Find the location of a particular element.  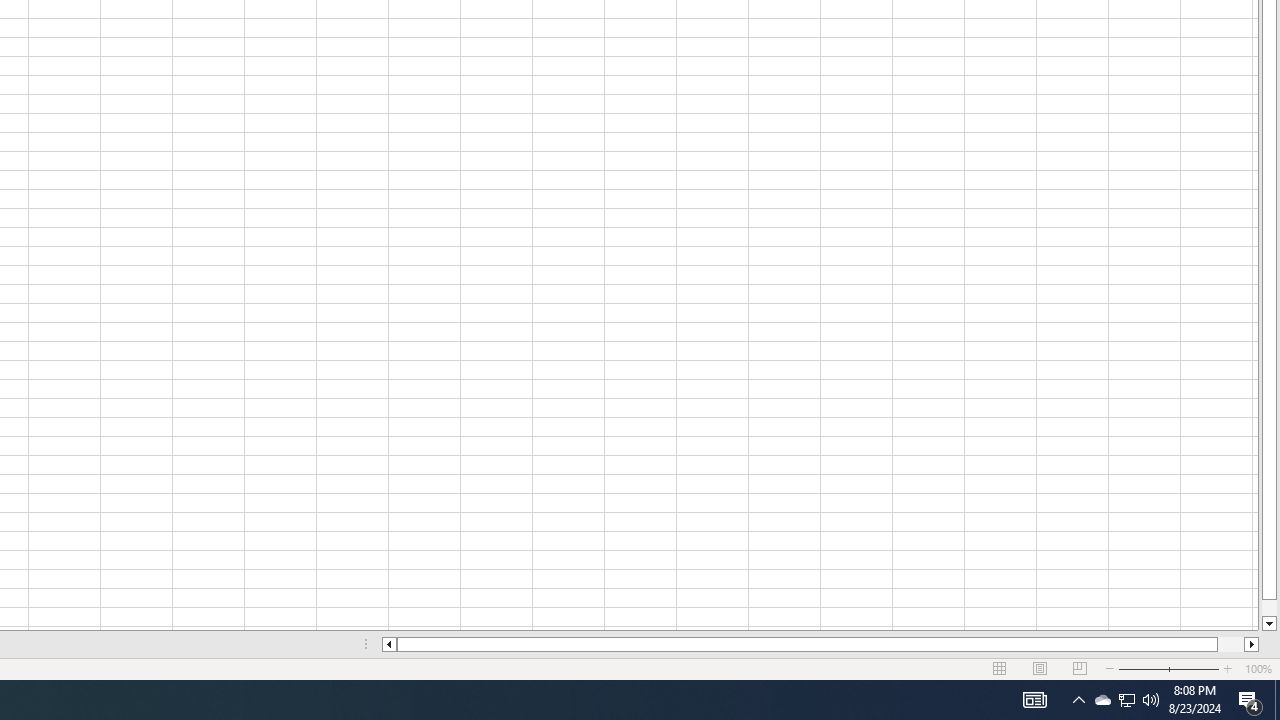

'Line down' is located at coordinates (1268, 623).